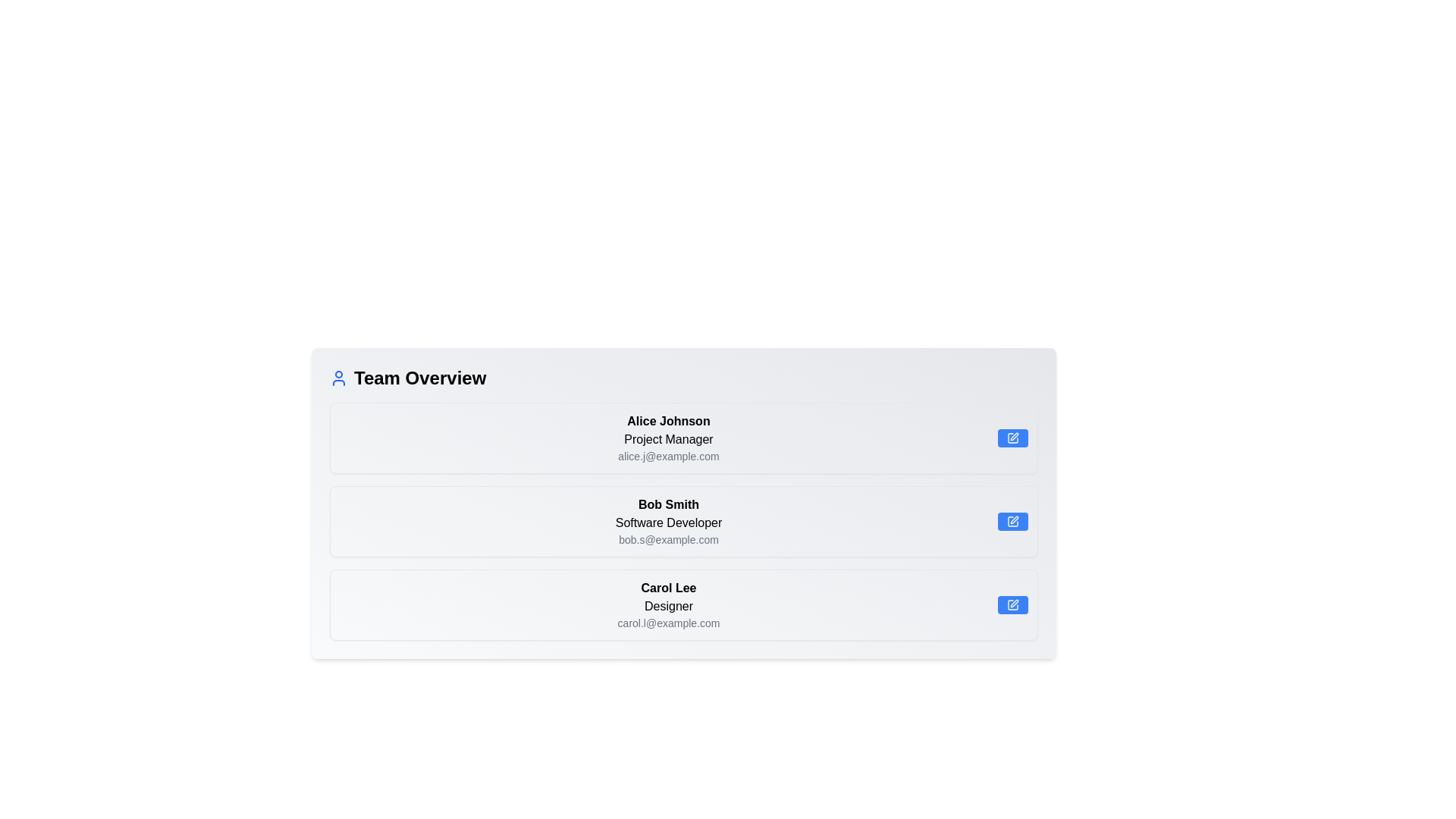 Image resolution: width=1456 pixels, height=819 pixels. Describe the element at coordinates (1012, 438) in the screenshot. I see `the square-pen icon next to the entry labeled 'Alice Johnson' in the team members list` at that location.